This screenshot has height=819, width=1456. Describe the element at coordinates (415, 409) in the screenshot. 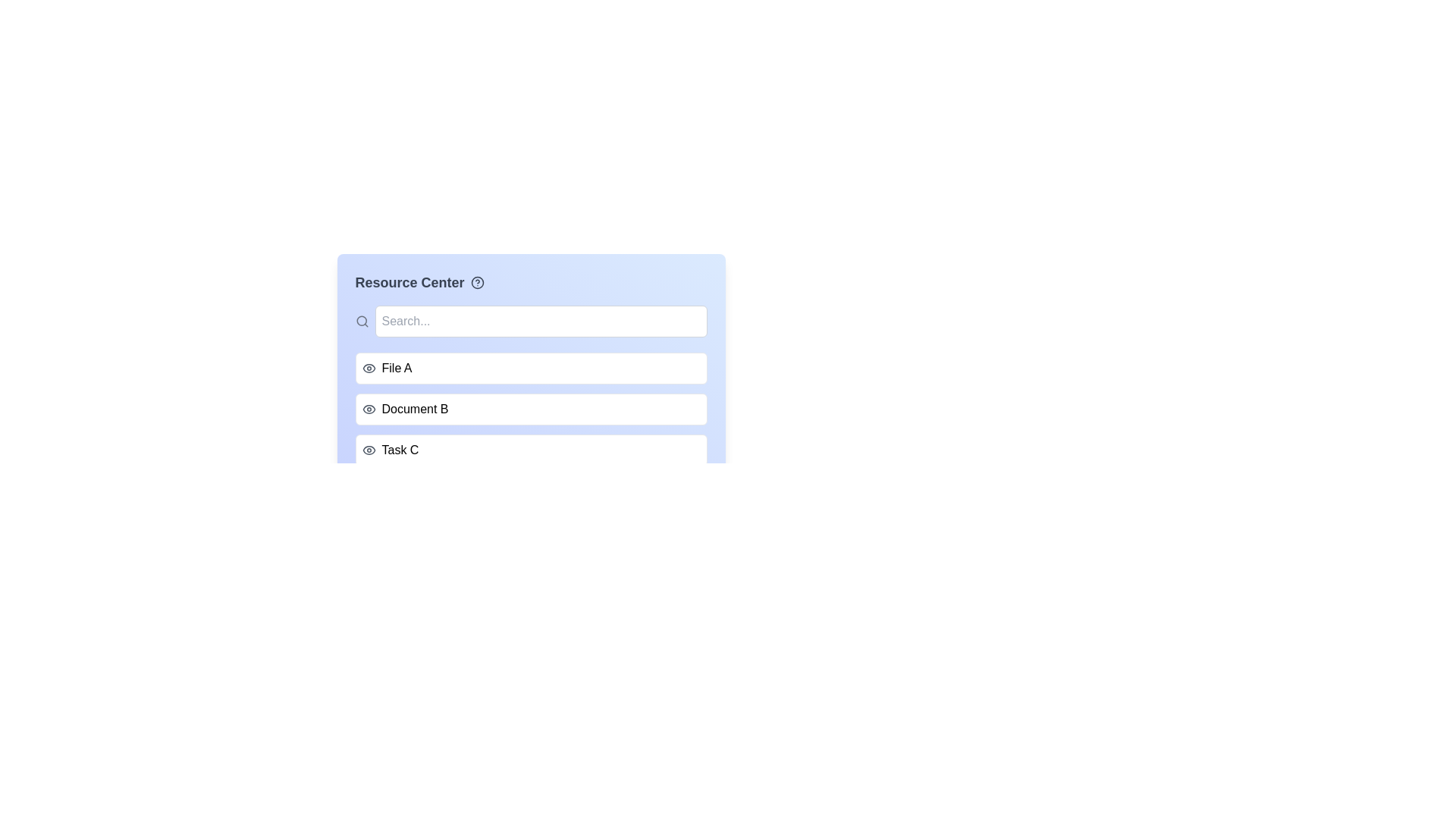

I see `text label displaying 'Document B' which is the second item in the vertical list of the 'Resource Center', positioned next to an eye-shaped icon` at that location.